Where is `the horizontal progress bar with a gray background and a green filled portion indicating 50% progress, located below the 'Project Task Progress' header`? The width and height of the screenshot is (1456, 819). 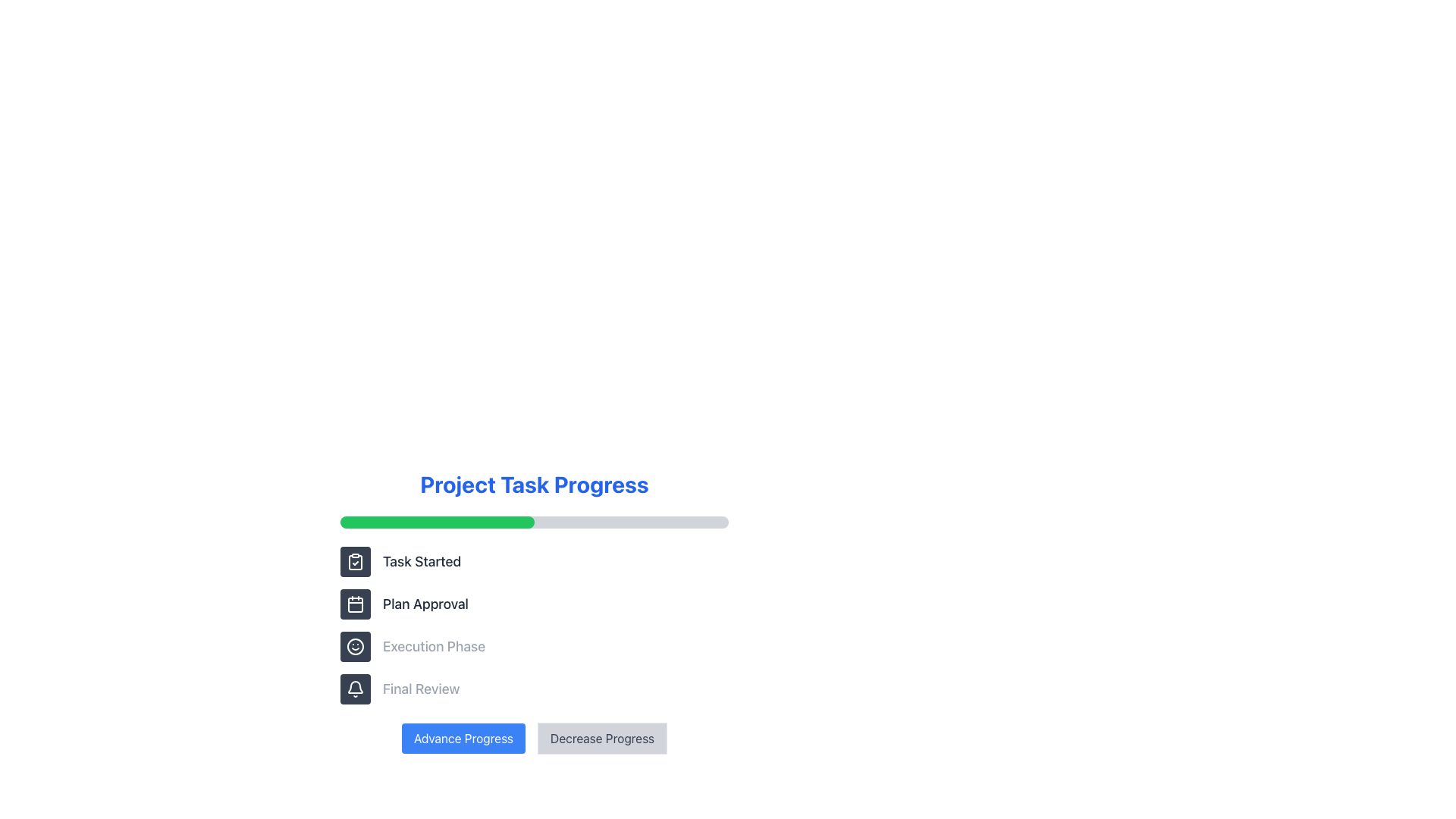
the horizontal progress bar with a gray background and a green filled portion indicating 50% progress, located below the 'Project Task Progress' header is located at coordinates (535, 522).